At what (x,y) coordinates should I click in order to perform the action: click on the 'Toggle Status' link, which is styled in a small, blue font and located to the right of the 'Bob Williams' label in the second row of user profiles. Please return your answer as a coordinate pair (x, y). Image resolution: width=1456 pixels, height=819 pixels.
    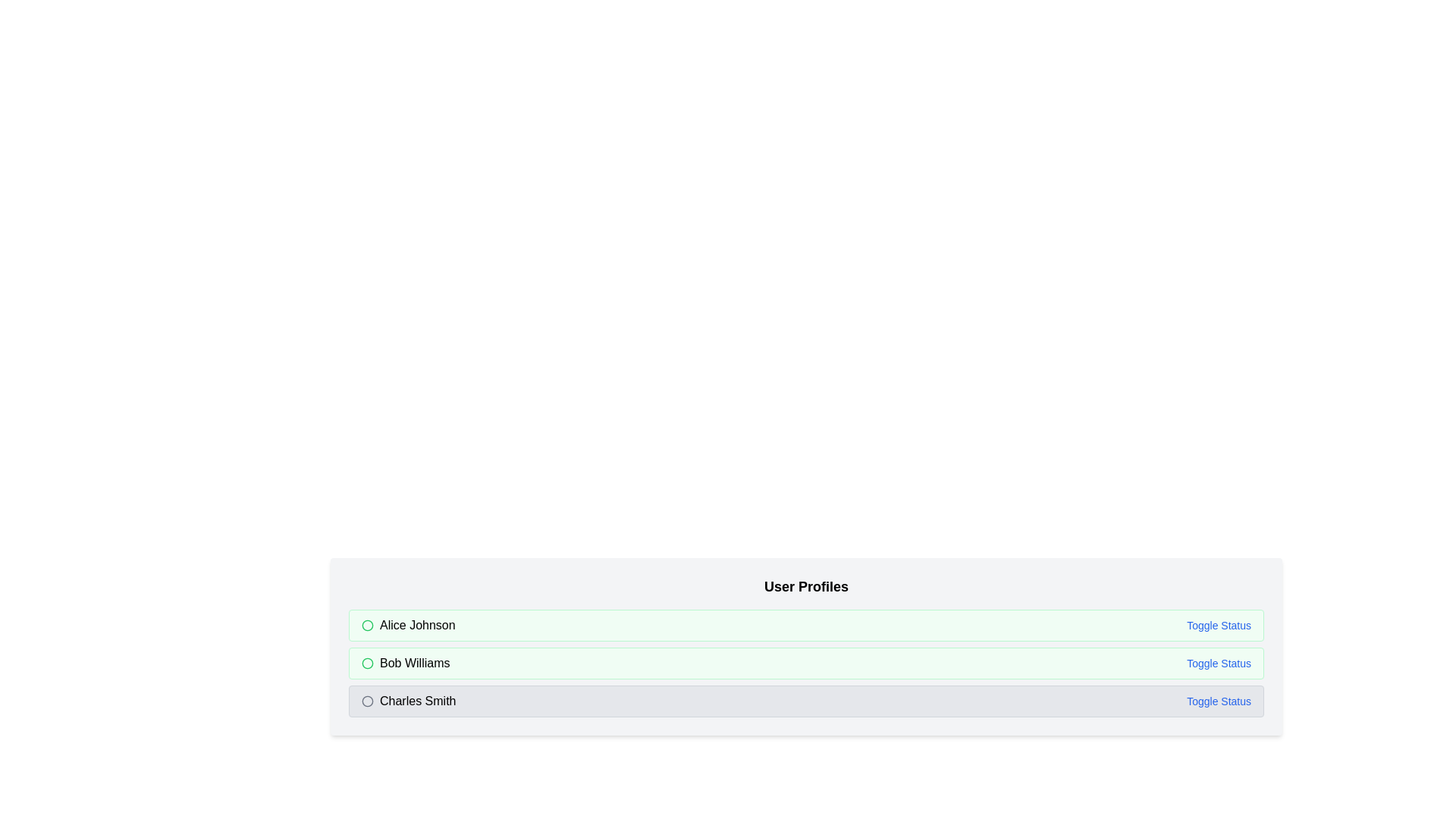
    Looking at the image, I should click on (1219, 663).